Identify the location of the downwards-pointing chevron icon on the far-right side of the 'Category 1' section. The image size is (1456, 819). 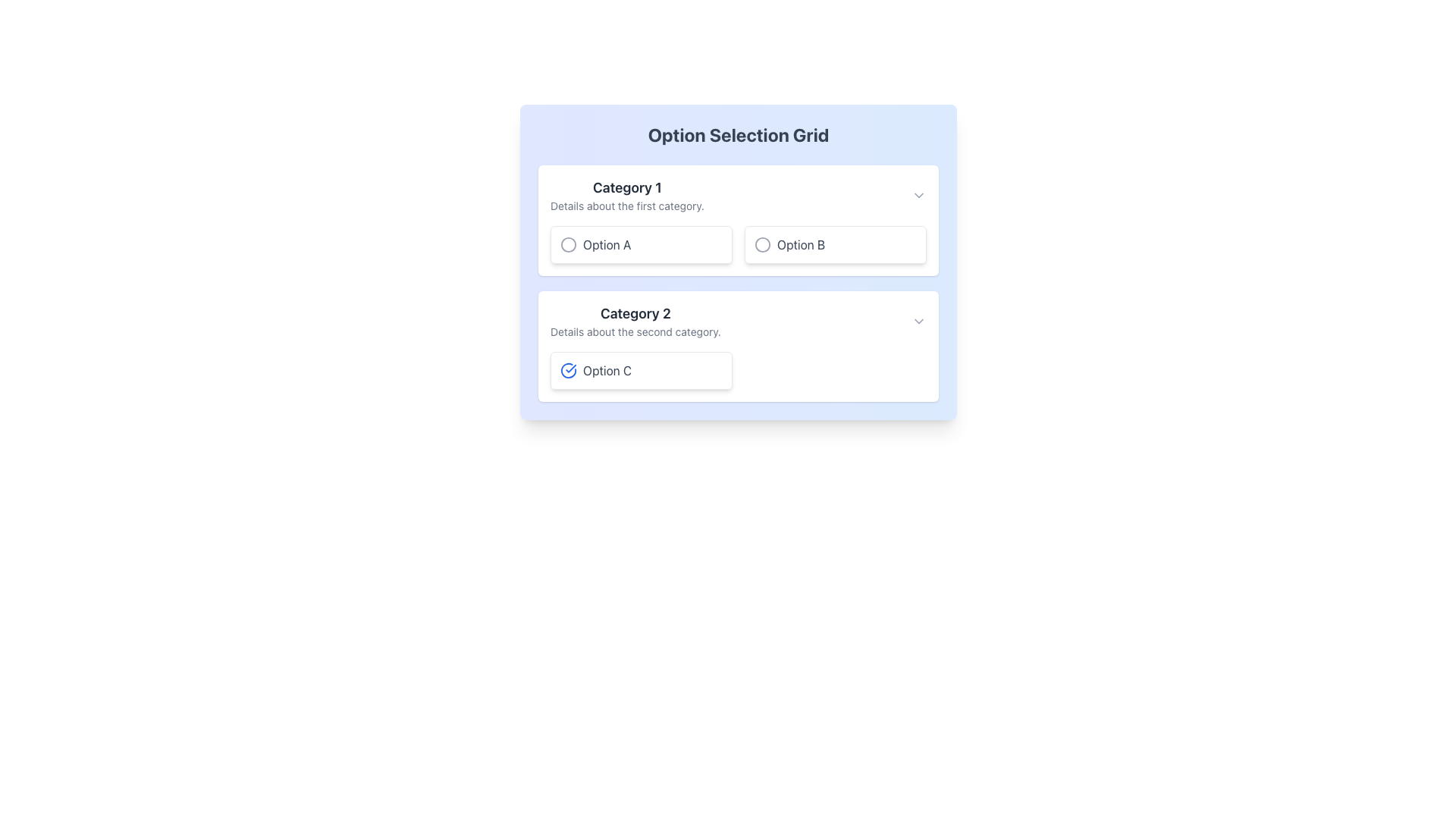
(918, 195).